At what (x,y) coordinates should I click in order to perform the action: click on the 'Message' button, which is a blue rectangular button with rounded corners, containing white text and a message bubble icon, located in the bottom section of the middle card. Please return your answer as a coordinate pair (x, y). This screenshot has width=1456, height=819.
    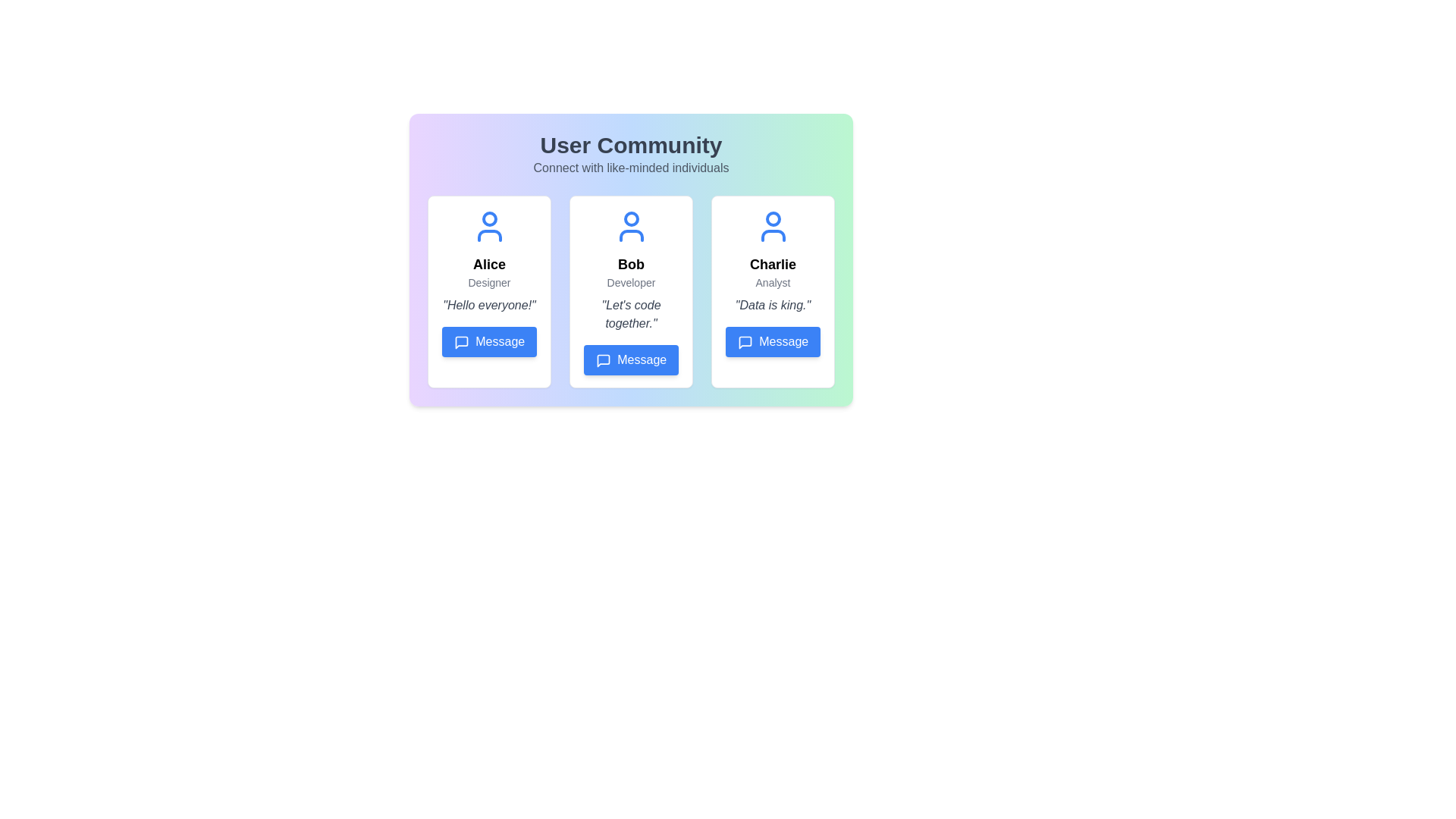
    Looking at the image, I should click on (631, 359).